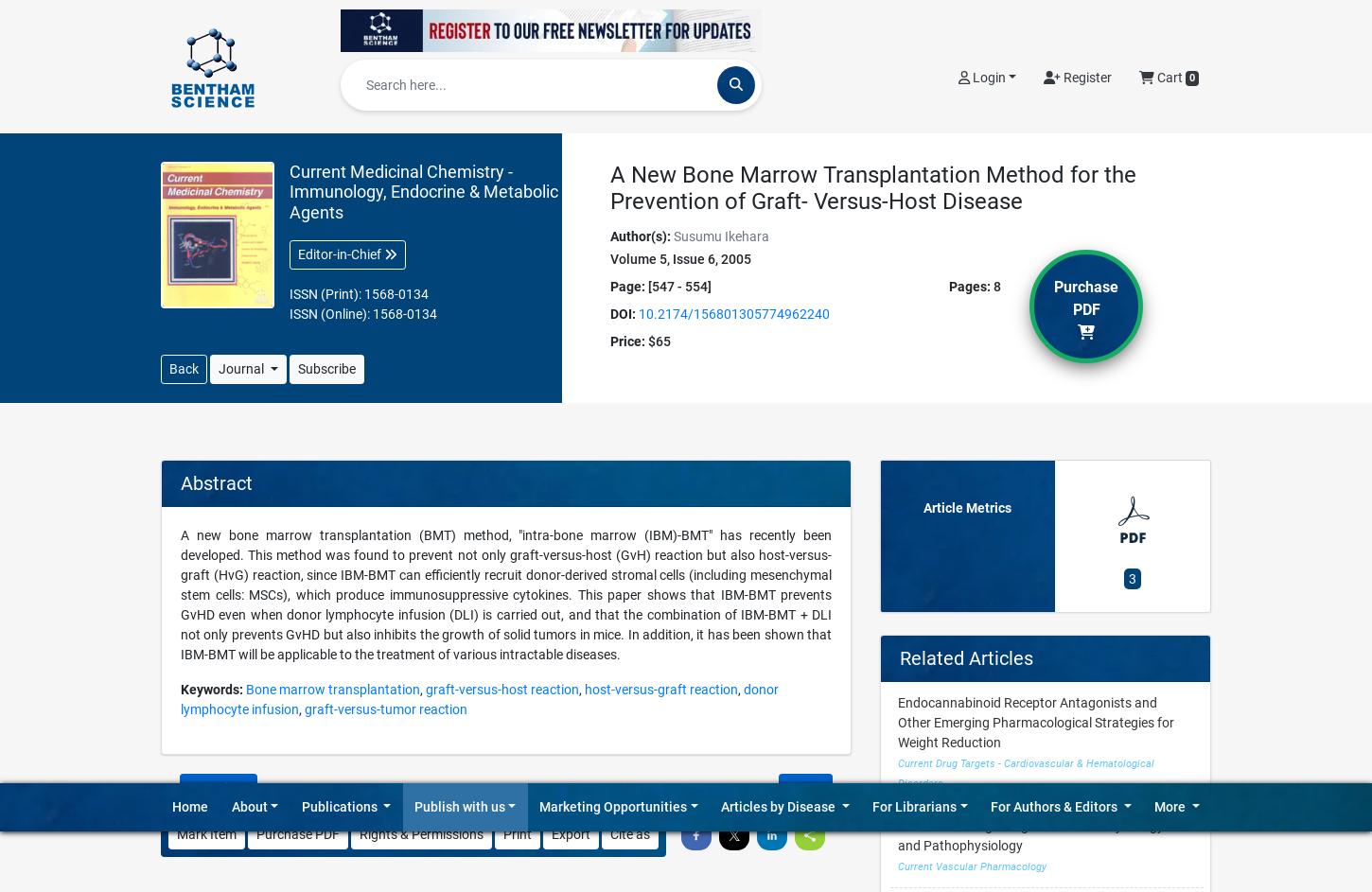 Image resolution: width=1372 pixels, height=892 pixels. Describe the element at coordinates (223, 241) in the screenshot. I see `'Hakon Reikvam et al.,'` at that location.